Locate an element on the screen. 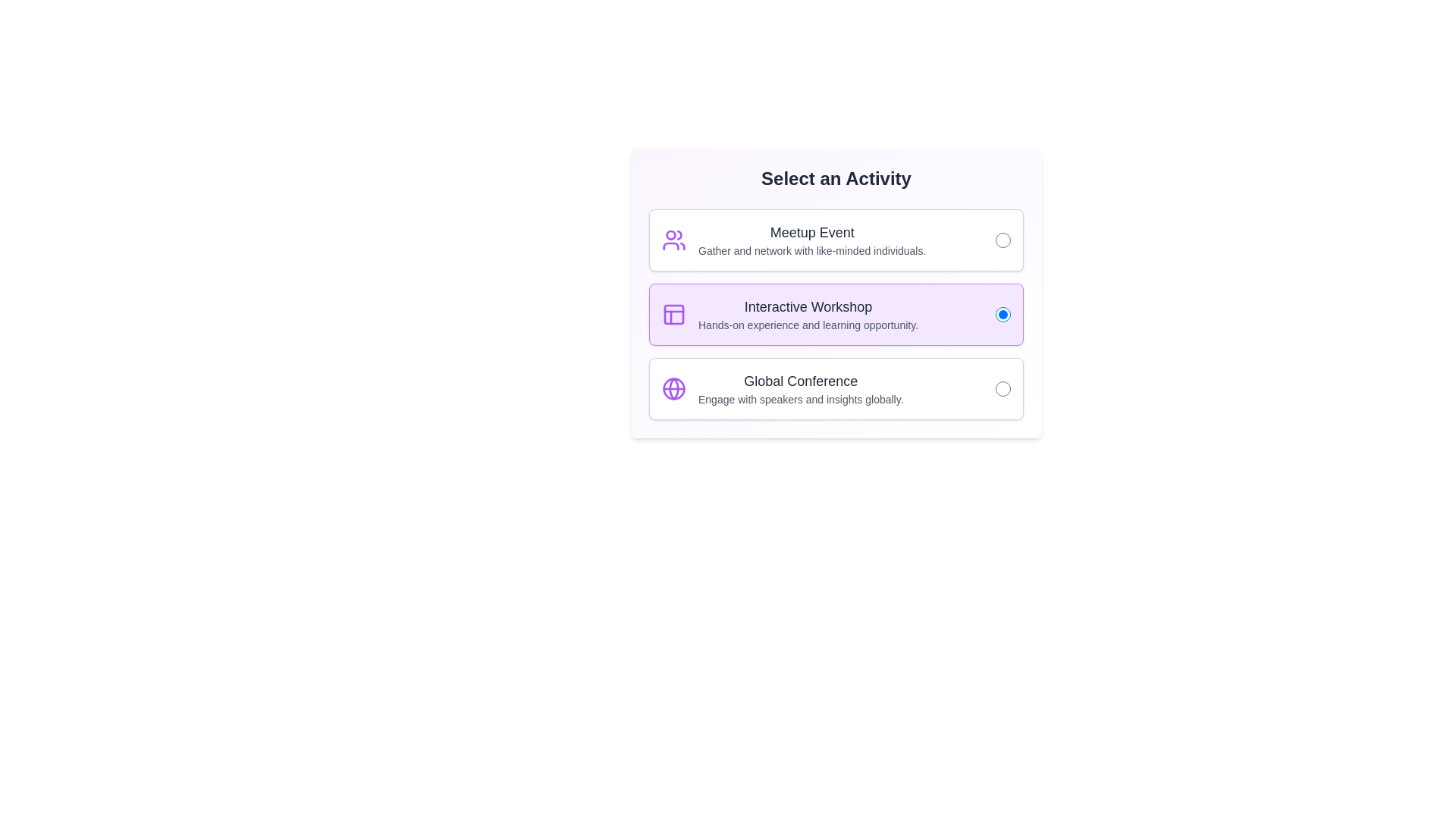 Image resolution: width=1456 pixels, height=819 pixels. the radio button on the extreme right of the topmost card in the 'Meetup Event' section is located at coordinates (1003, 239).